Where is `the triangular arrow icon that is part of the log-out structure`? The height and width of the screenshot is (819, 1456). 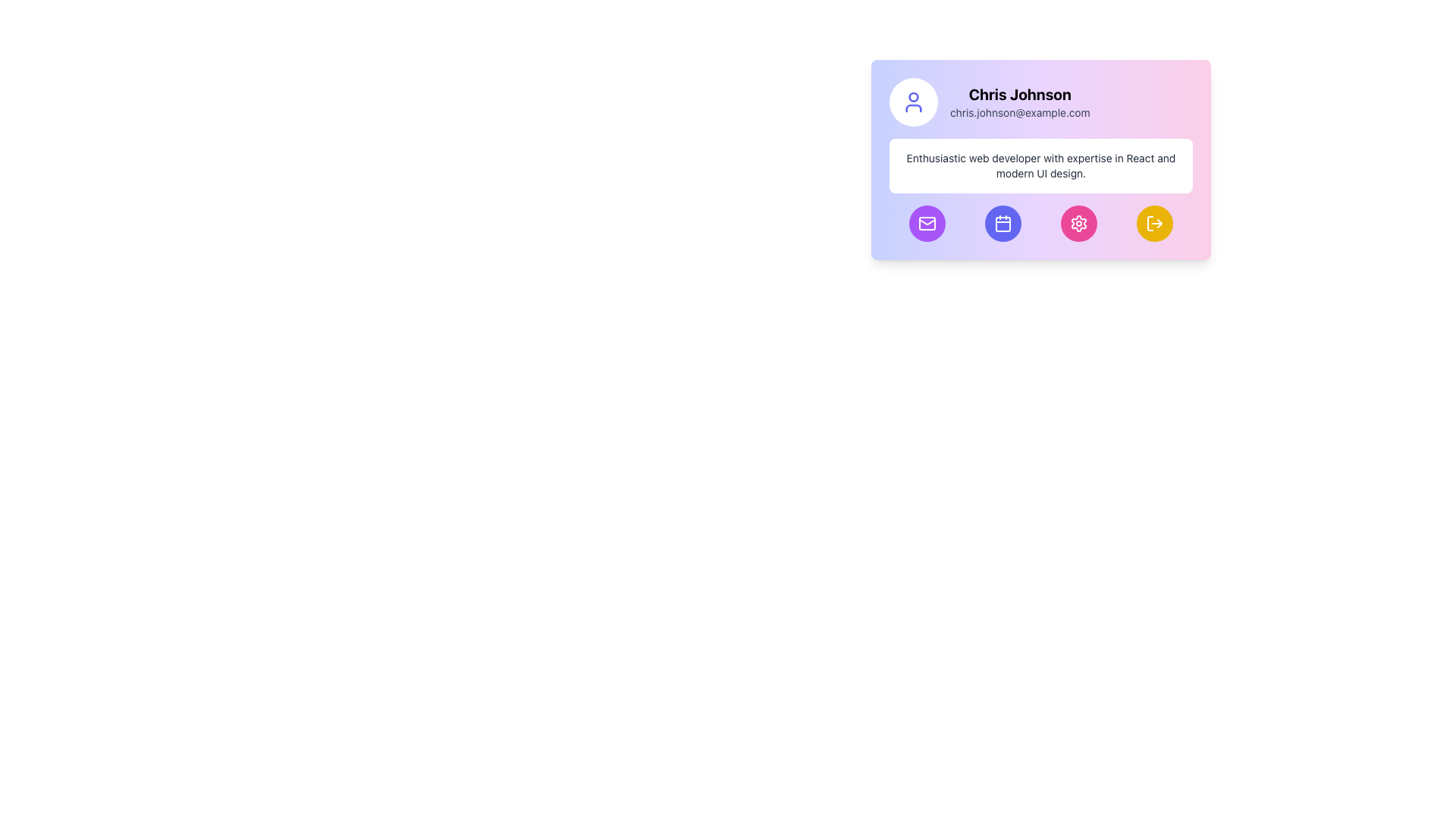 the triangular arrow icon that is part of the log-out structure is located at coordinates (1159, 223).